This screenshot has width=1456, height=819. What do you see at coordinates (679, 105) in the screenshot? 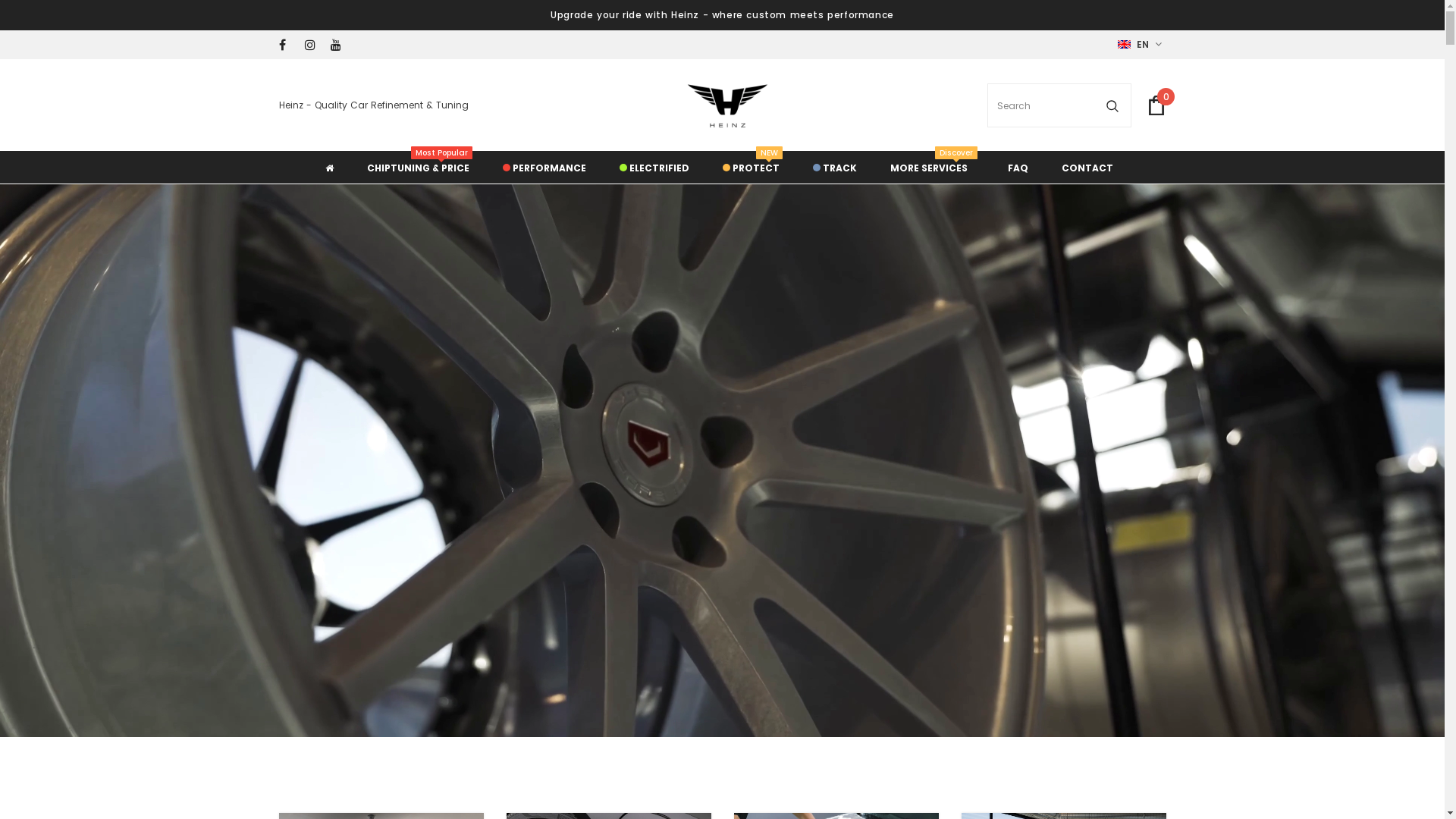
I see `'Logo'` at bounding box center [679, 105].